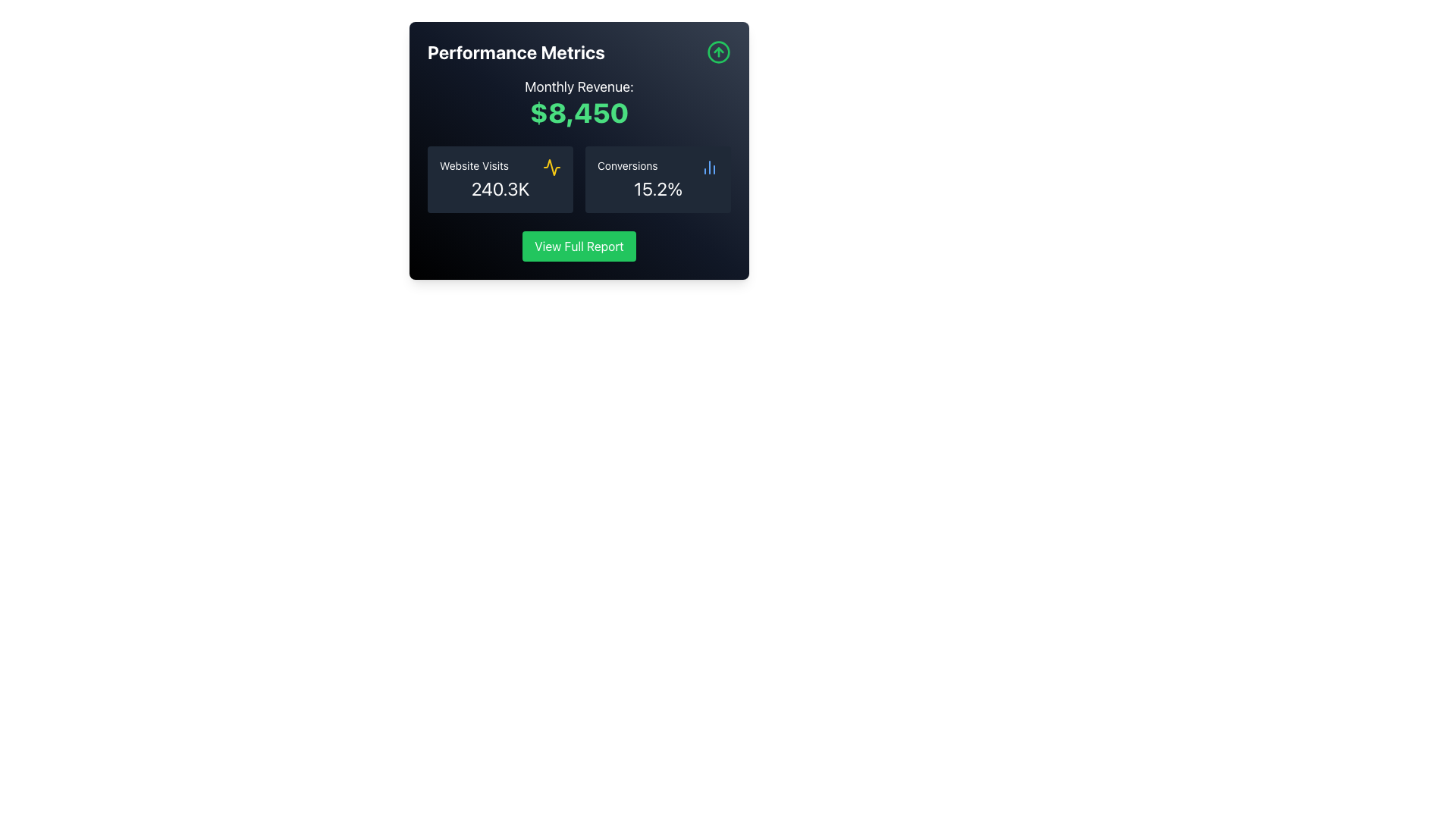 Image resolution: width=1456 pixels, height=819 pixels. I want to click on the text label displaying 'Conversions' that is aligned to the left of a chart icon within a card-like component, so click(627, 167).